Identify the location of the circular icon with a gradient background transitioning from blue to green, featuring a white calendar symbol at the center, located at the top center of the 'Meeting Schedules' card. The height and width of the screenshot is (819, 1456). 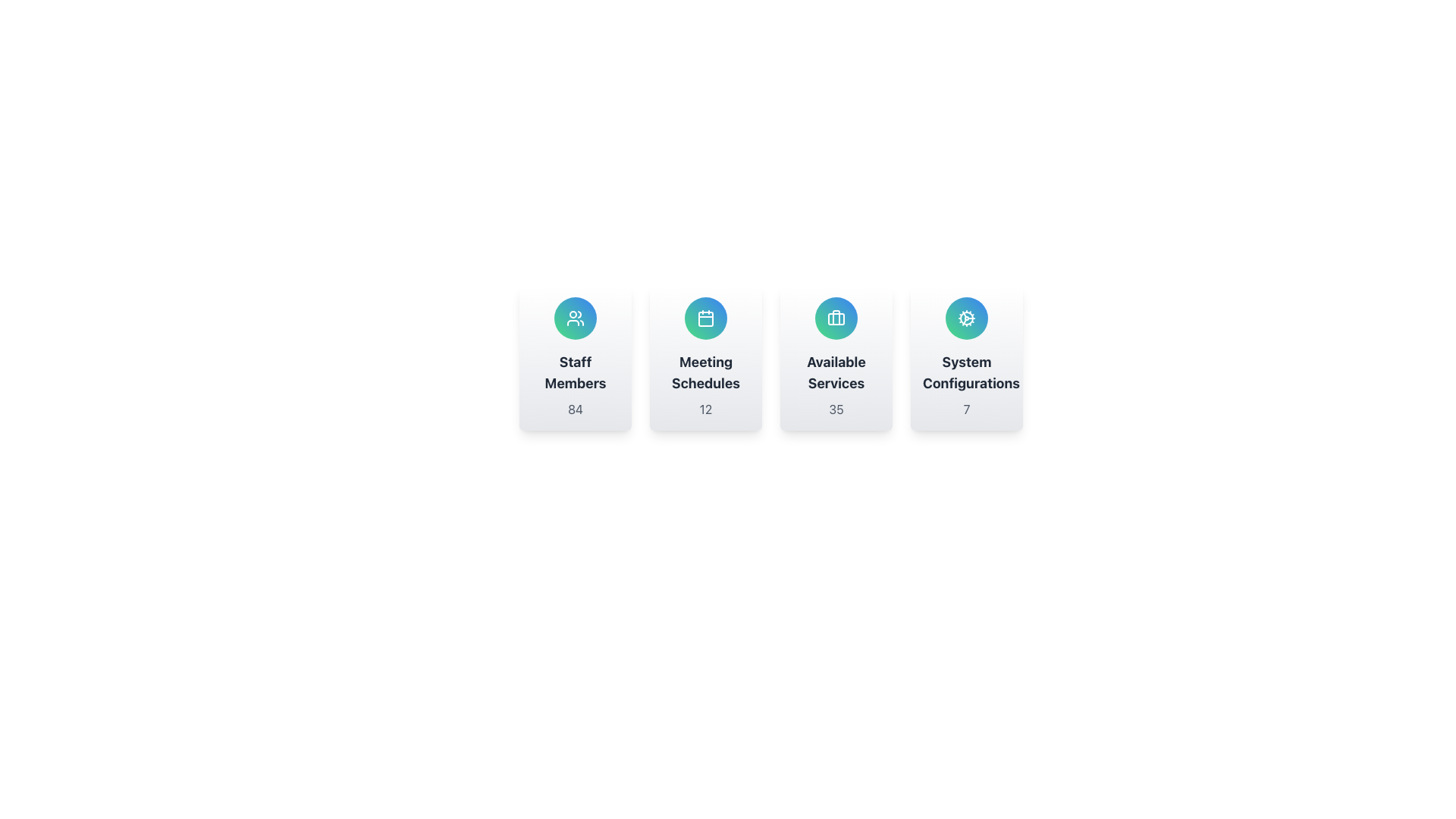
(705, 318).